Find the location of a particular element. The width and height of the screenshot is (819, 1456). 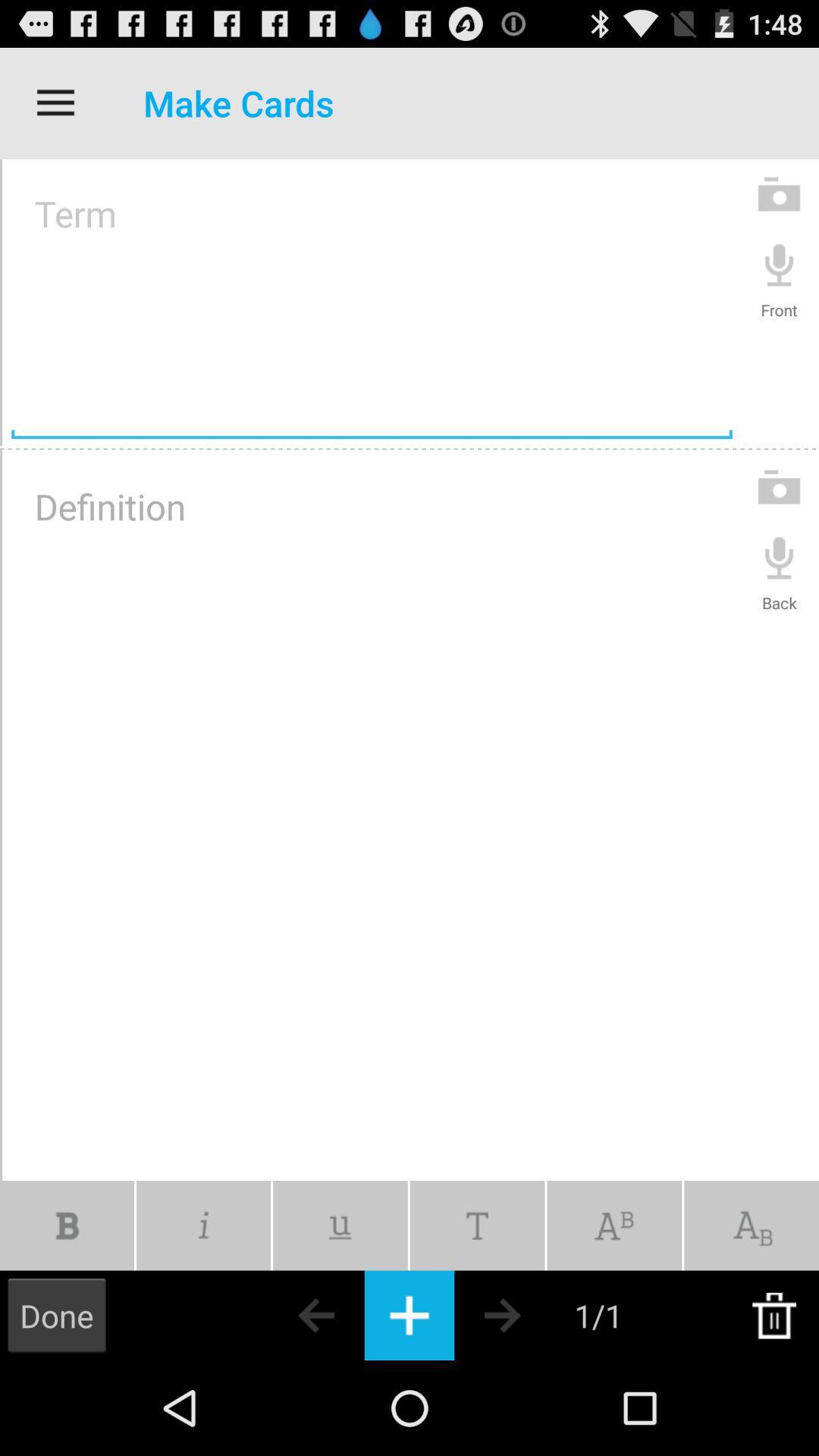

input term is located at coordinates (372, 302).